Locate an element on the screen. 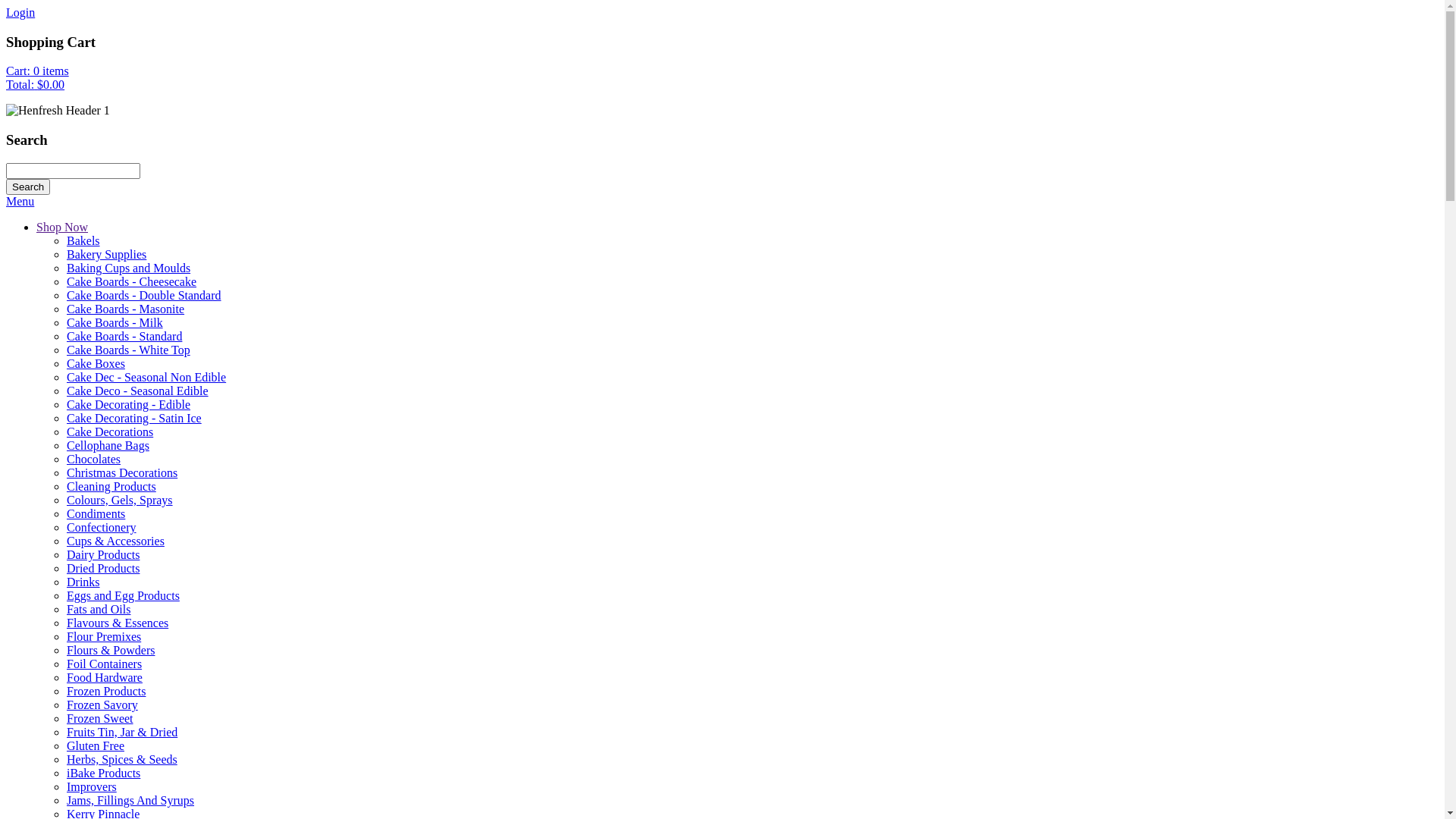 The width and height of the screenshot is (1456, 819). 'Dried Products' is located at coordinates (102, 568).